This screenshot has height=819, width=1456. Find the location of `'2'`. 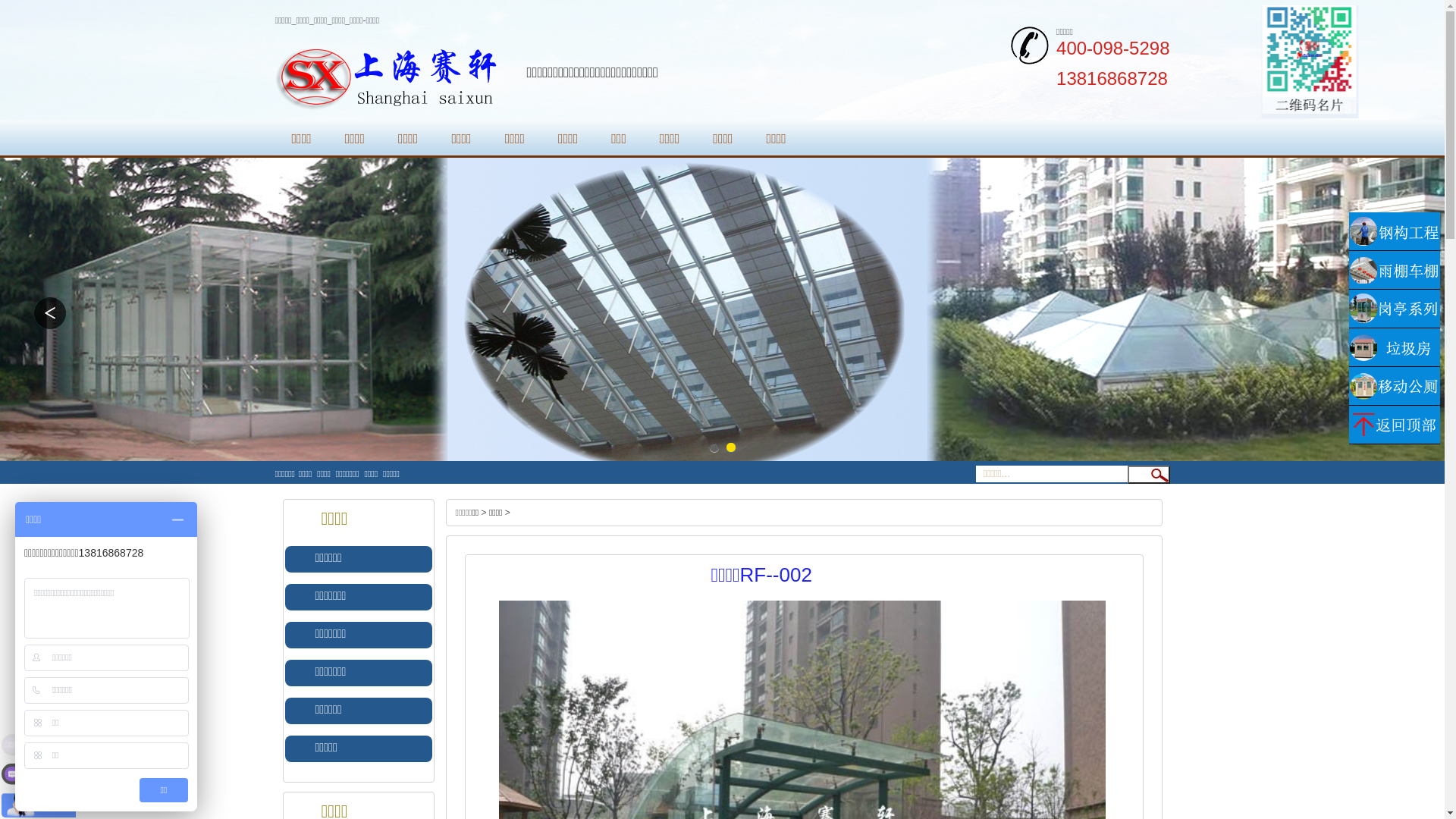

'2' is located at coordinates (731, 447).